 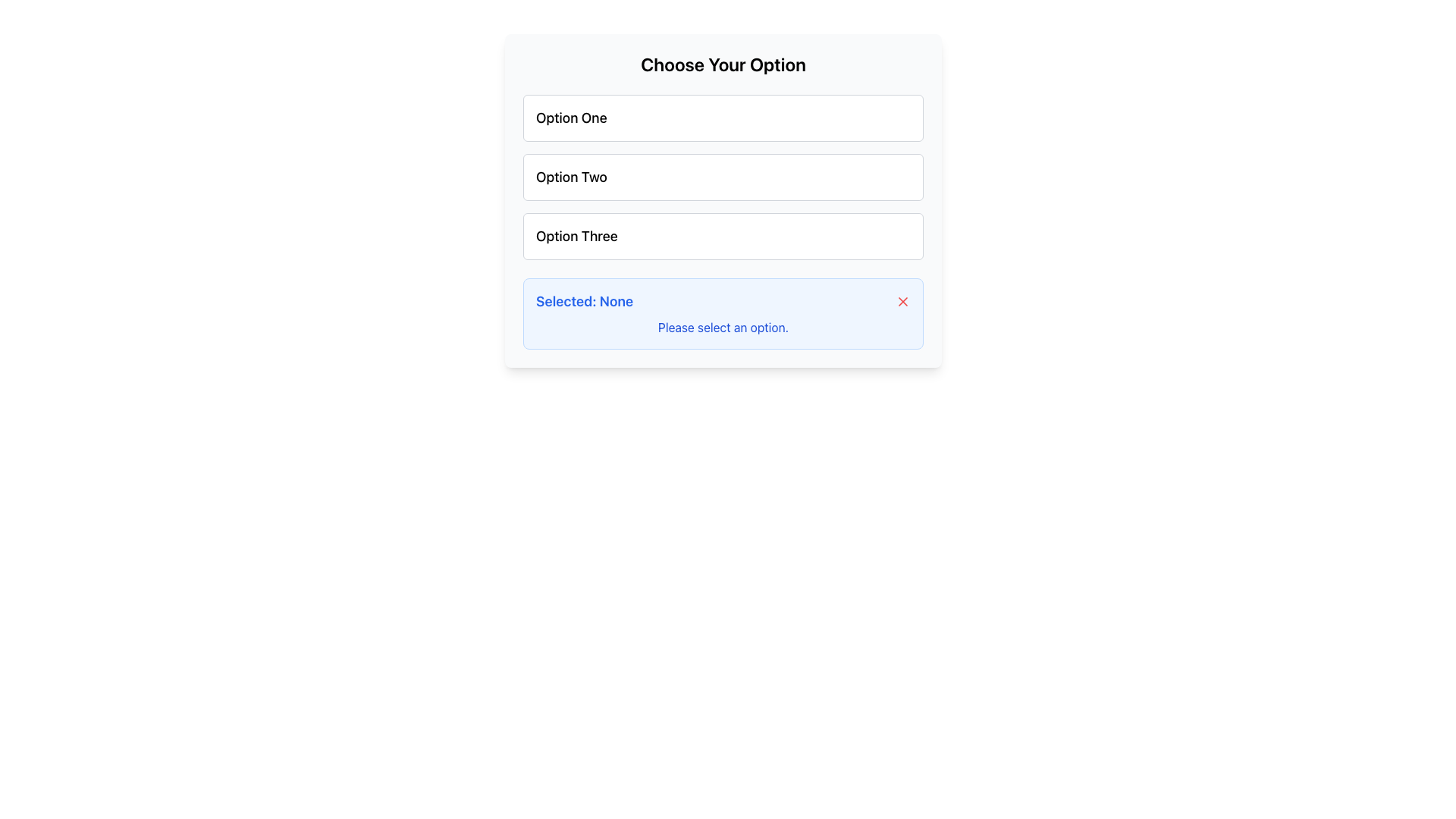 I want to click on the red 'X' icon button located to the right of the 'Selected: None' status display to clear the selection, so click(x=902, y=301).